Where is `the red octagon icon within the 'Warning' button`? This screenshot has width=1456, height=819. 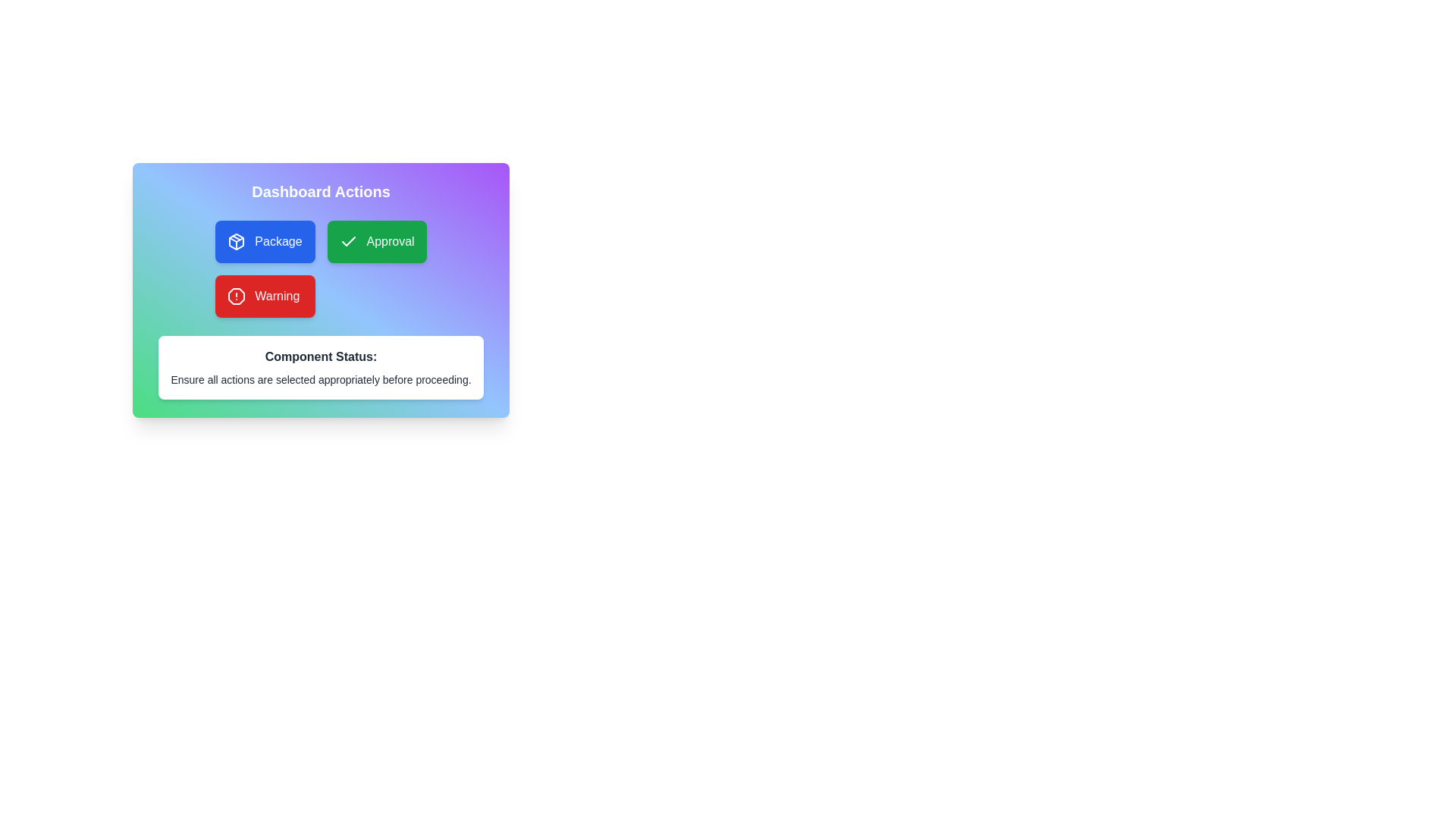
the red octagon icon within the 'Warning' button is located at coordinates (236, 296).